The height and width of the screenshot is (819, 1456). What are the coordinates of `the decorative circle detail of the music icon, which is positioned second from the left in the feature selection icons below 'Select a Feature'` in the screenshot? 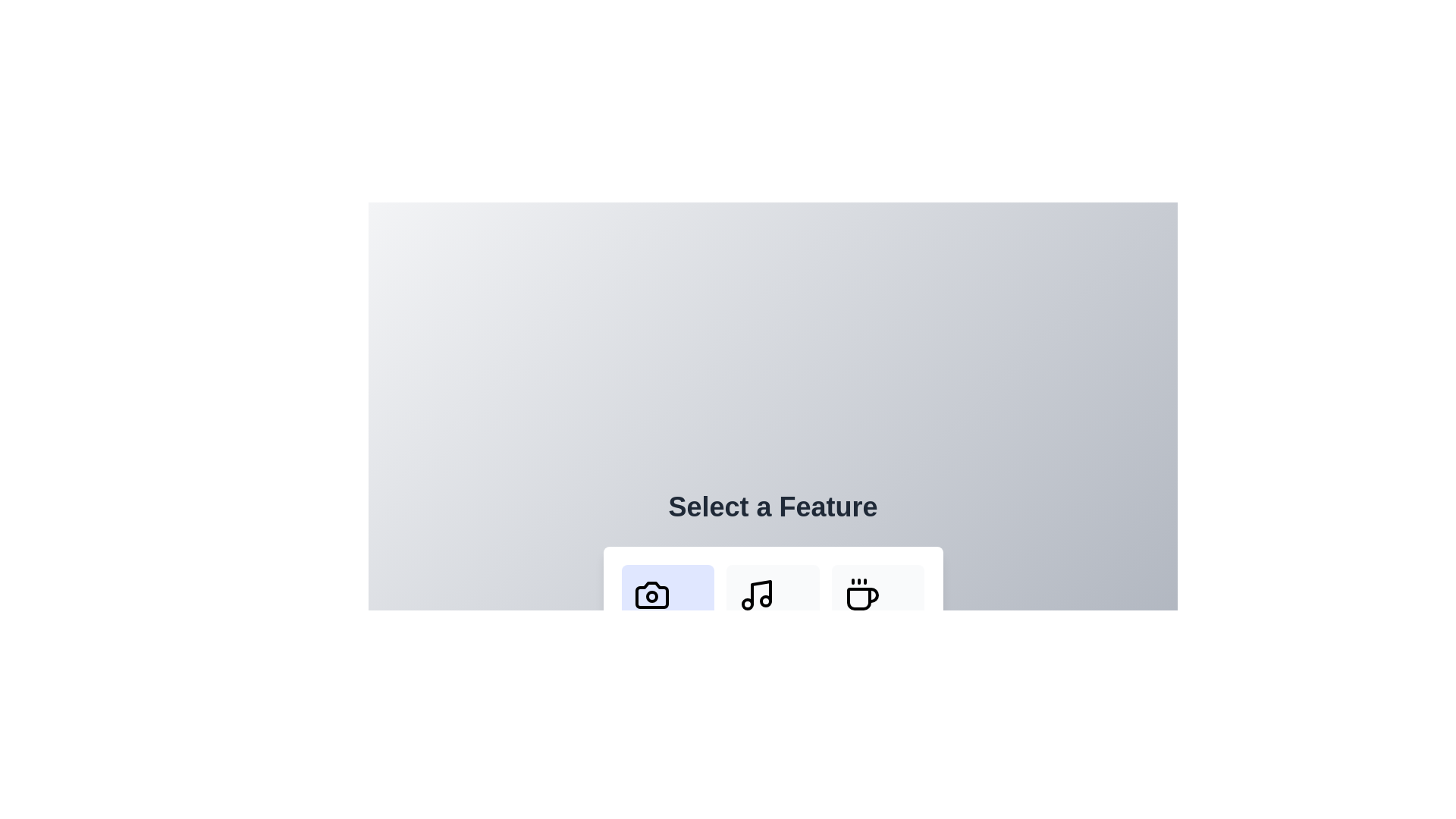 It's located at (766, 601).